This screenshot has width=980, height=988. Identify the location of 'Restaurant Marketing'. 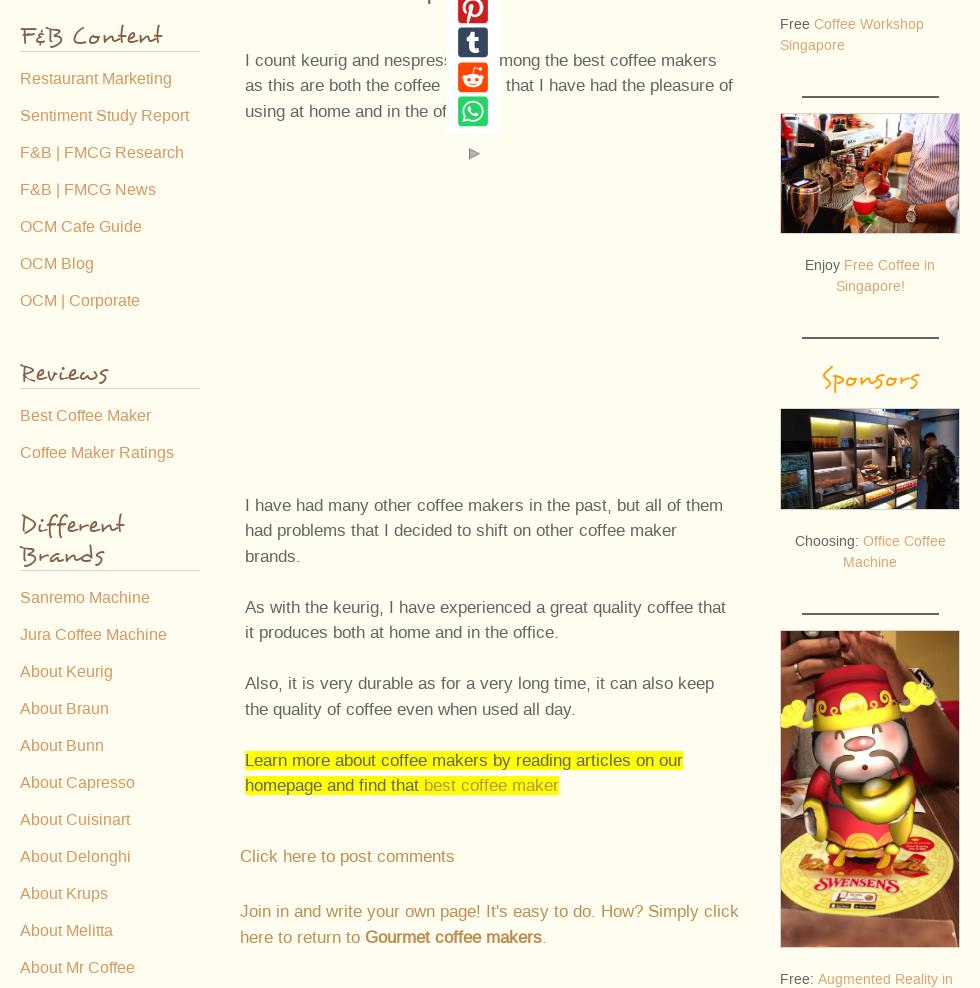
(96, 79).